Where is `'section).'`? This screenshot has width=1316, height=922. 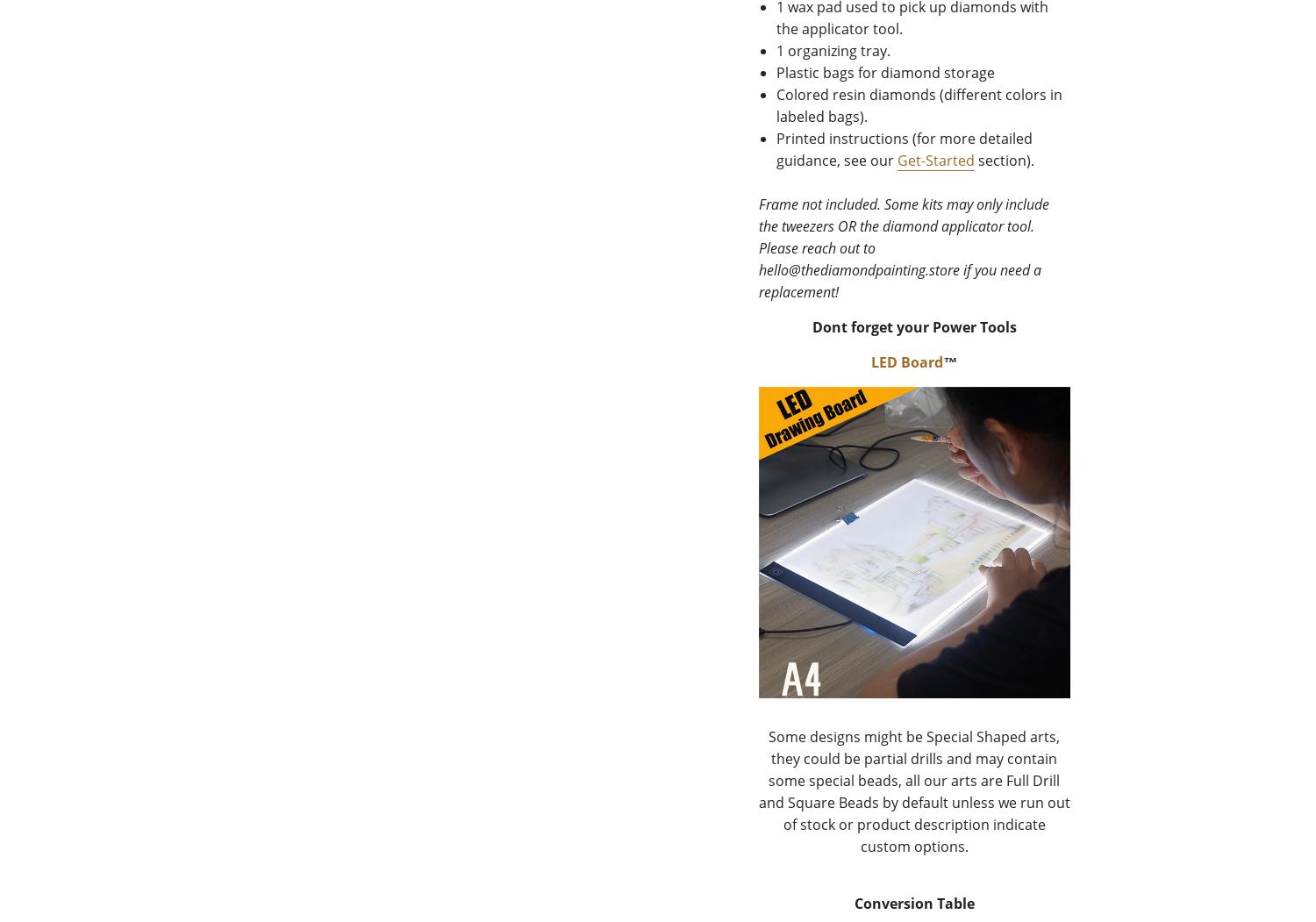
'section).' is located at coordinates (1004, 160).